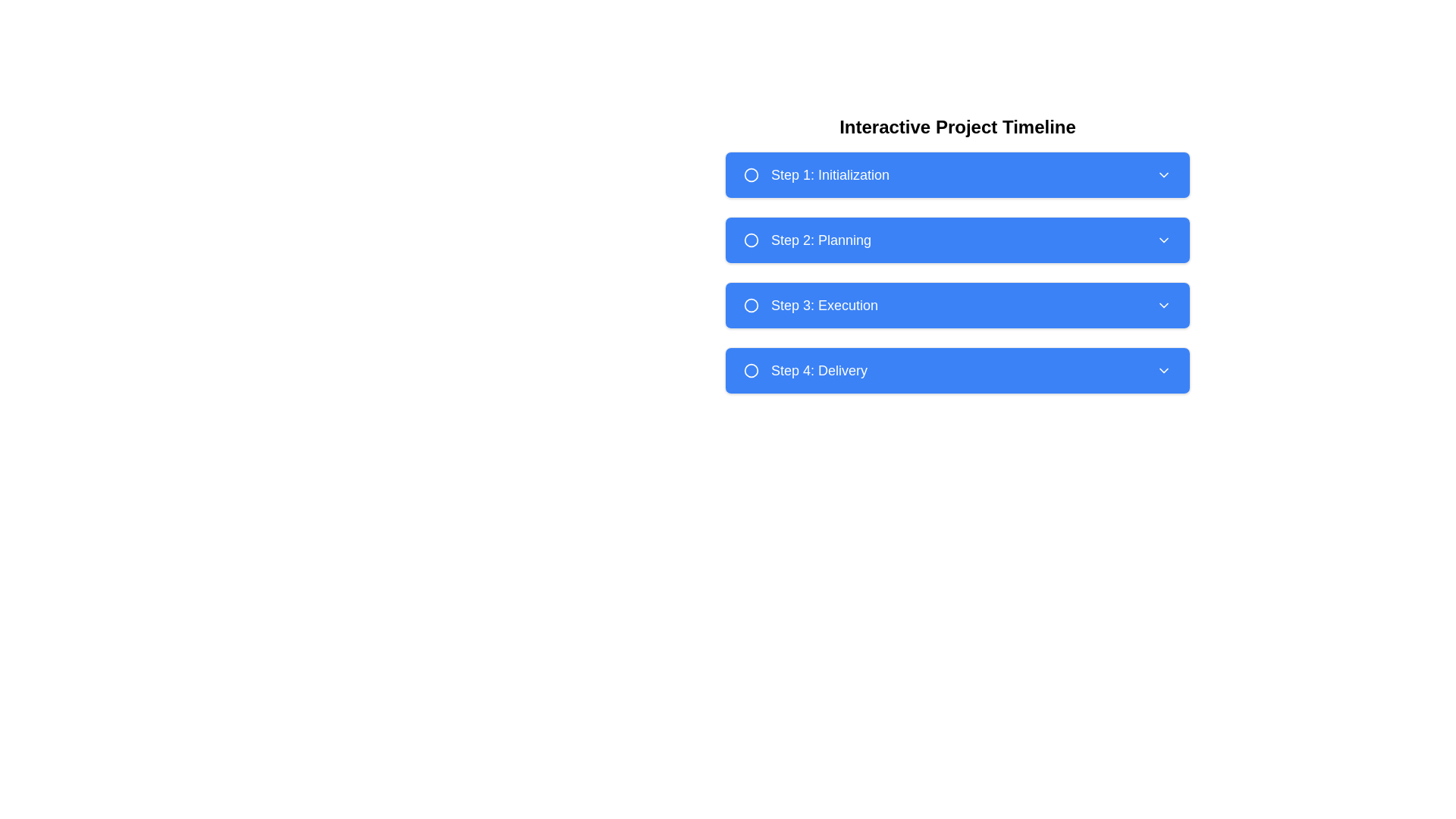 Image resolution: width=1456 pixels, height=819 pixels. Describe the element at coordinates (956, 127) in the screenshot. I see `the static text header reading 'Interactive Project Timeline'` at that location.